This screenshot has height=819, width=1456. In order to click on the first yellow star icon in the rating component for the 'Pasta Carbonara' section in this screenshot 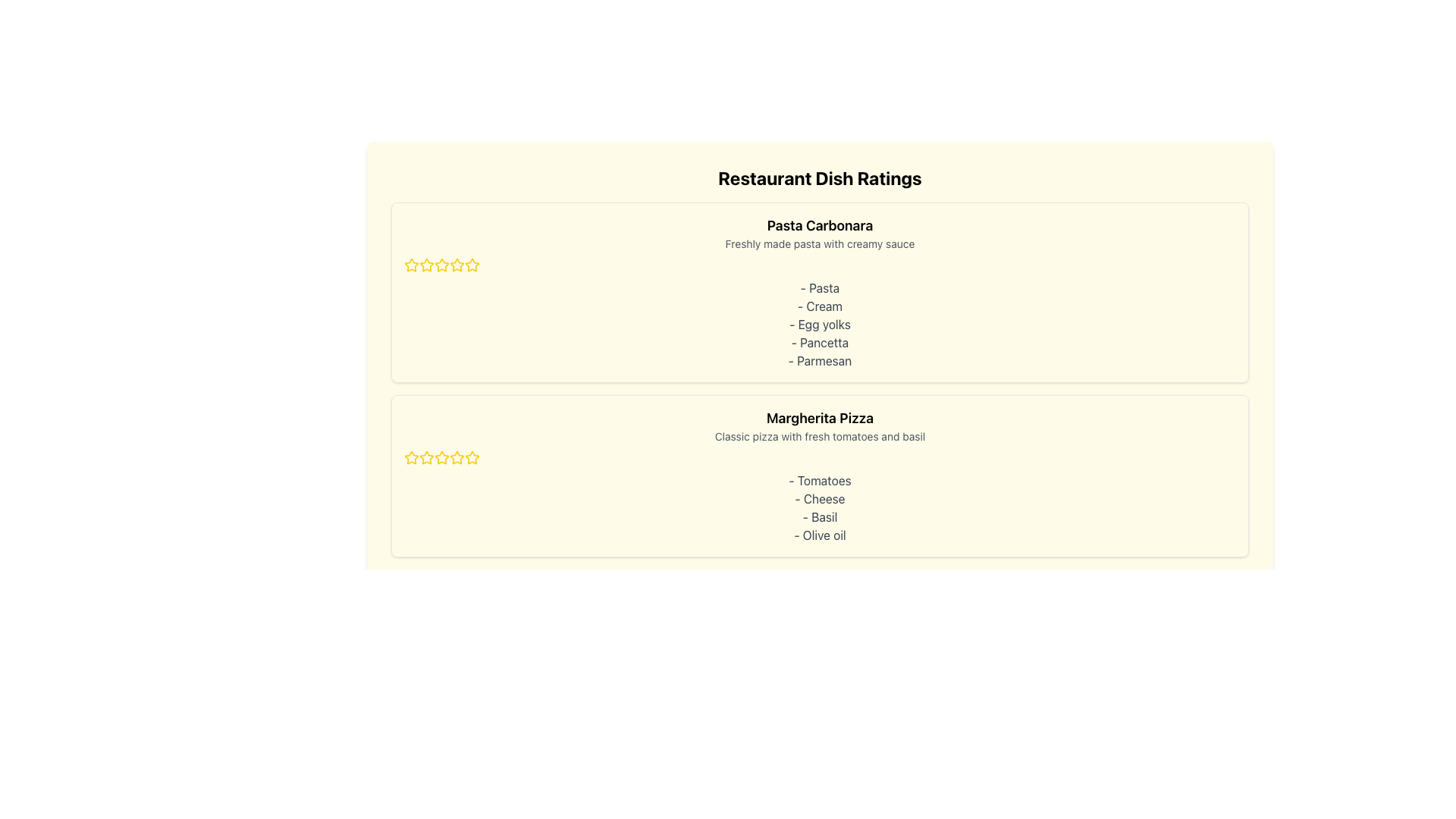, I will do `click(411, 264)`.